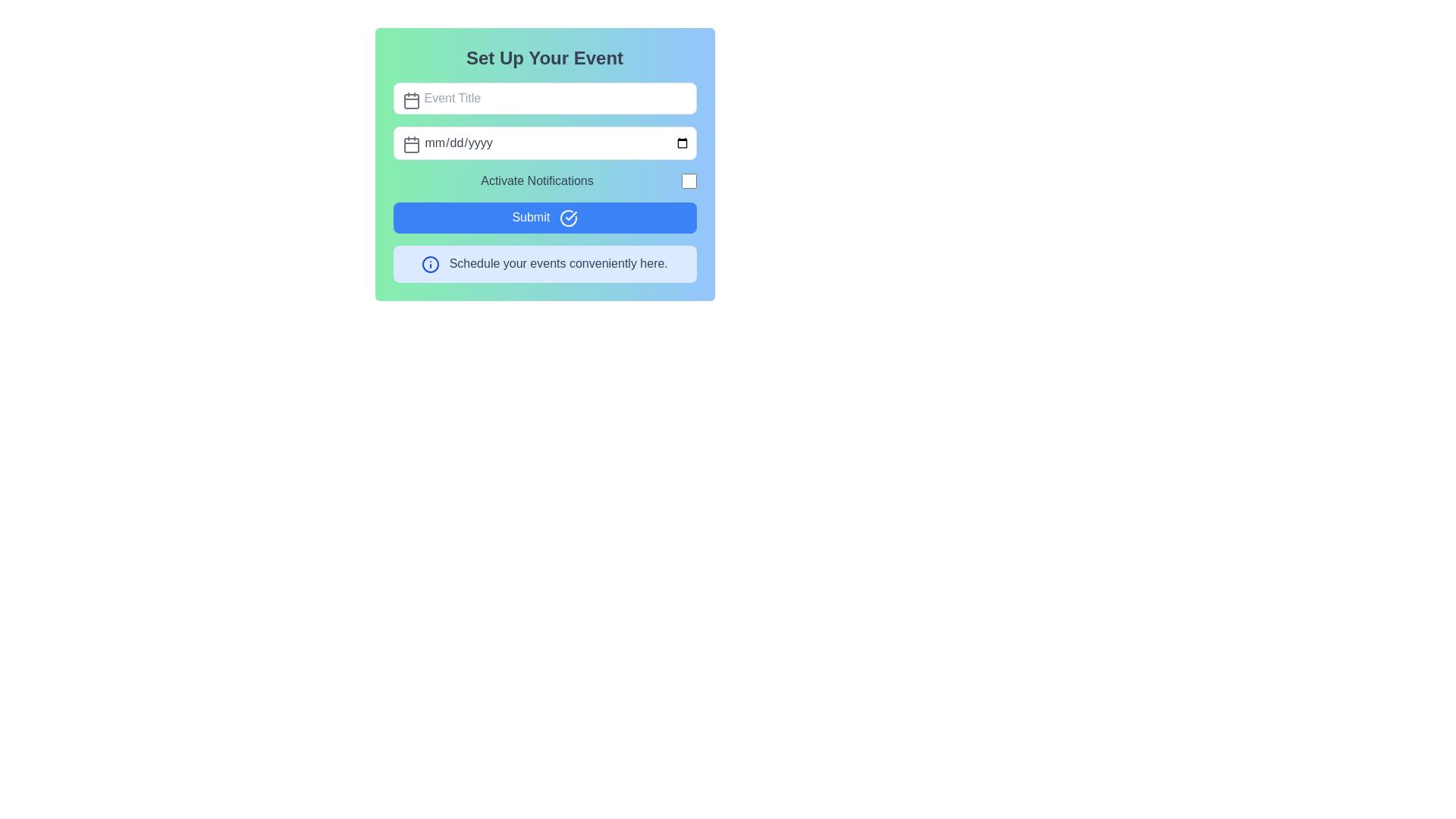  I want to click on the checkbox for 'Activate Notifications', so click(688, 180).